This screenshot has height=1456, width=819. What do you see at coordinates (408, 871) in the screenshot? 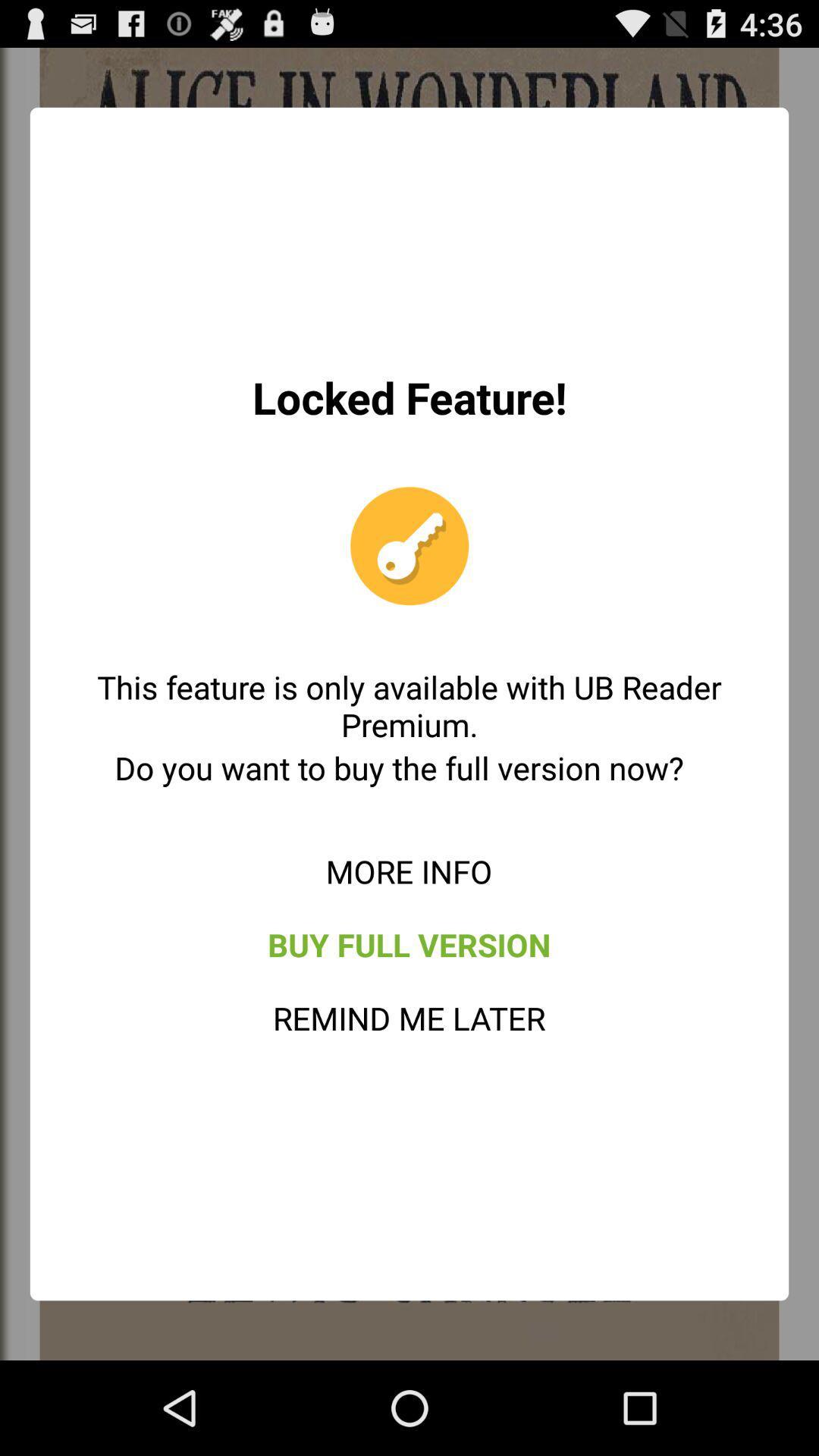
I see `the more info` at bounding box center [408, 871].